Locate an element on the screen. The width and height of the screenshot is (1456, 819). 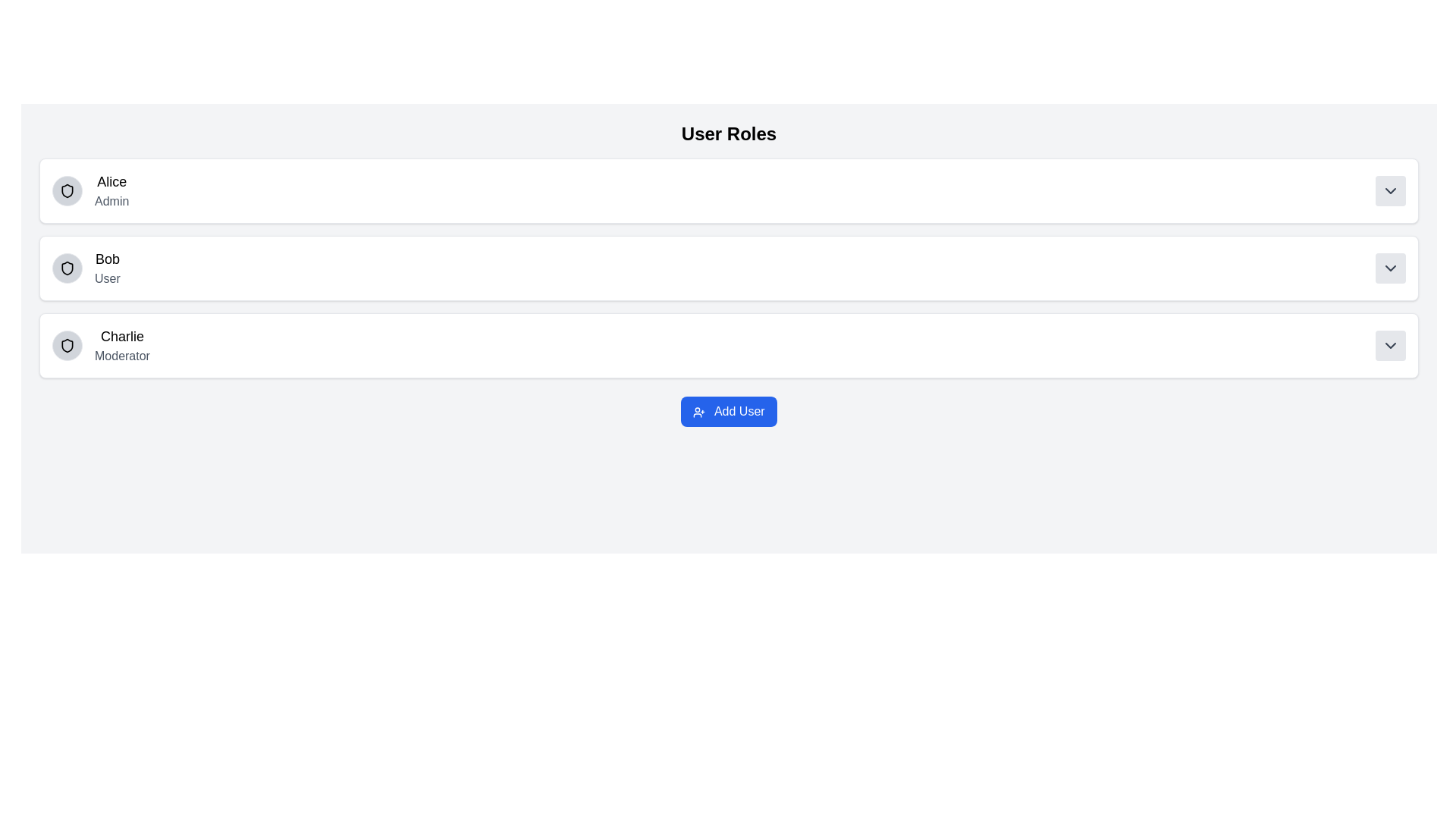
the icon that visually denotes the user role or permission level associated with 'Bob', located in the second row of the user roles list adjacent to 'Bob' and the role 'User' is located at coordinates (67, 268).